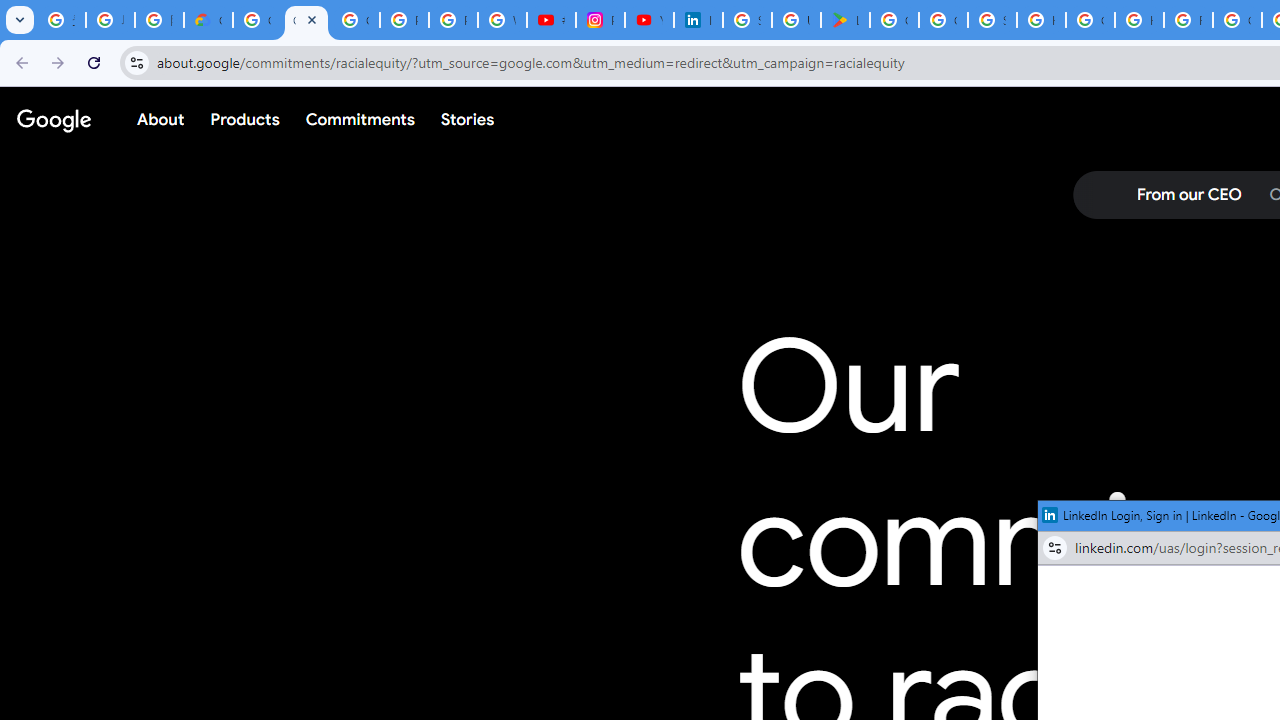  I want to click on 'View site information', so click(1054, 547).